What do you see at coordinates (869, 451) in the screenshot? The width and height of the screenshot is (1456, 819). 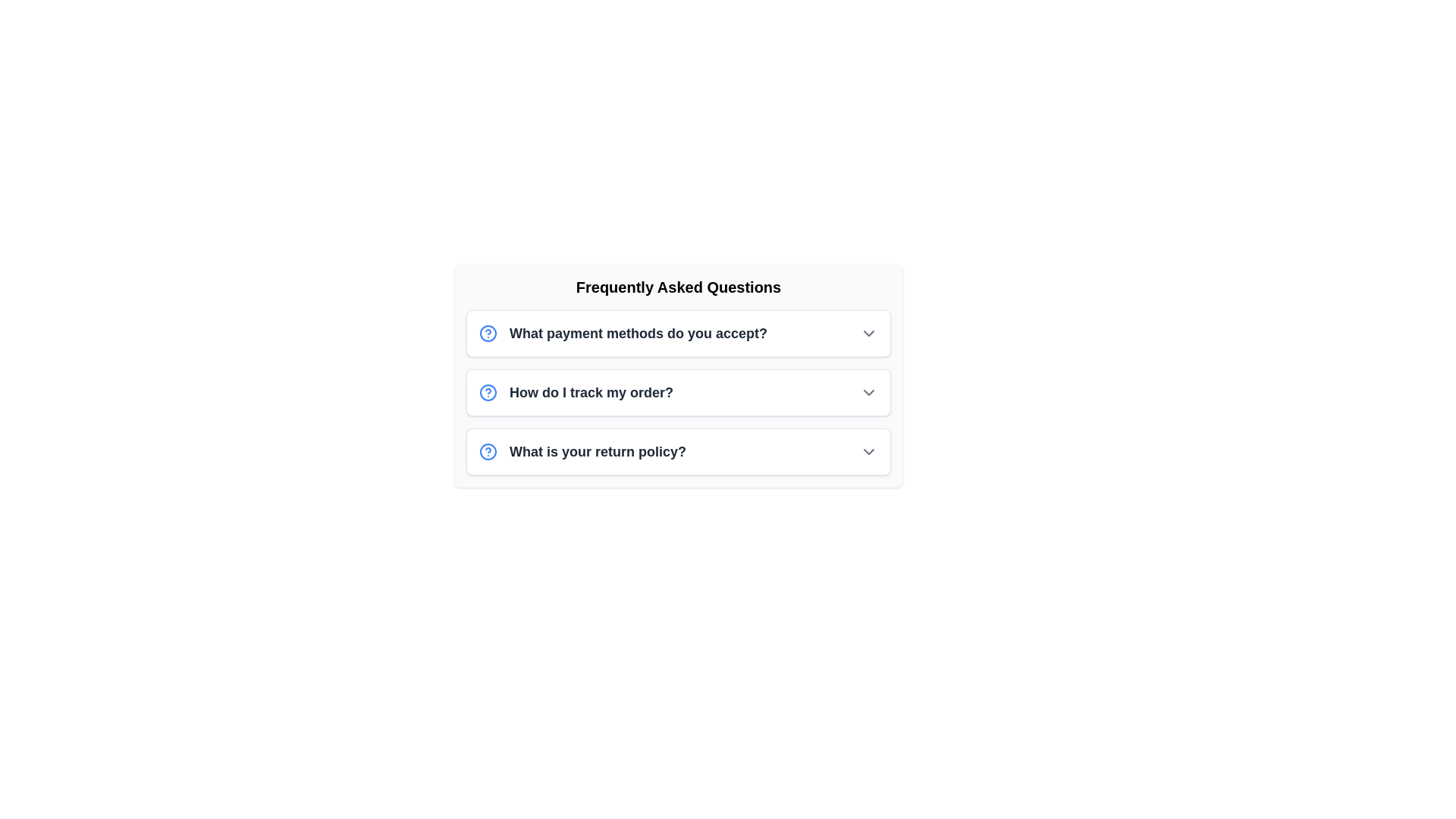 I see `the downward-pointing chevron icon styled as an SVG graphic located at the far right end of the row labeled 'What is your return policy?' to trigger potential visual feedback` at bounding box center [869, 451].